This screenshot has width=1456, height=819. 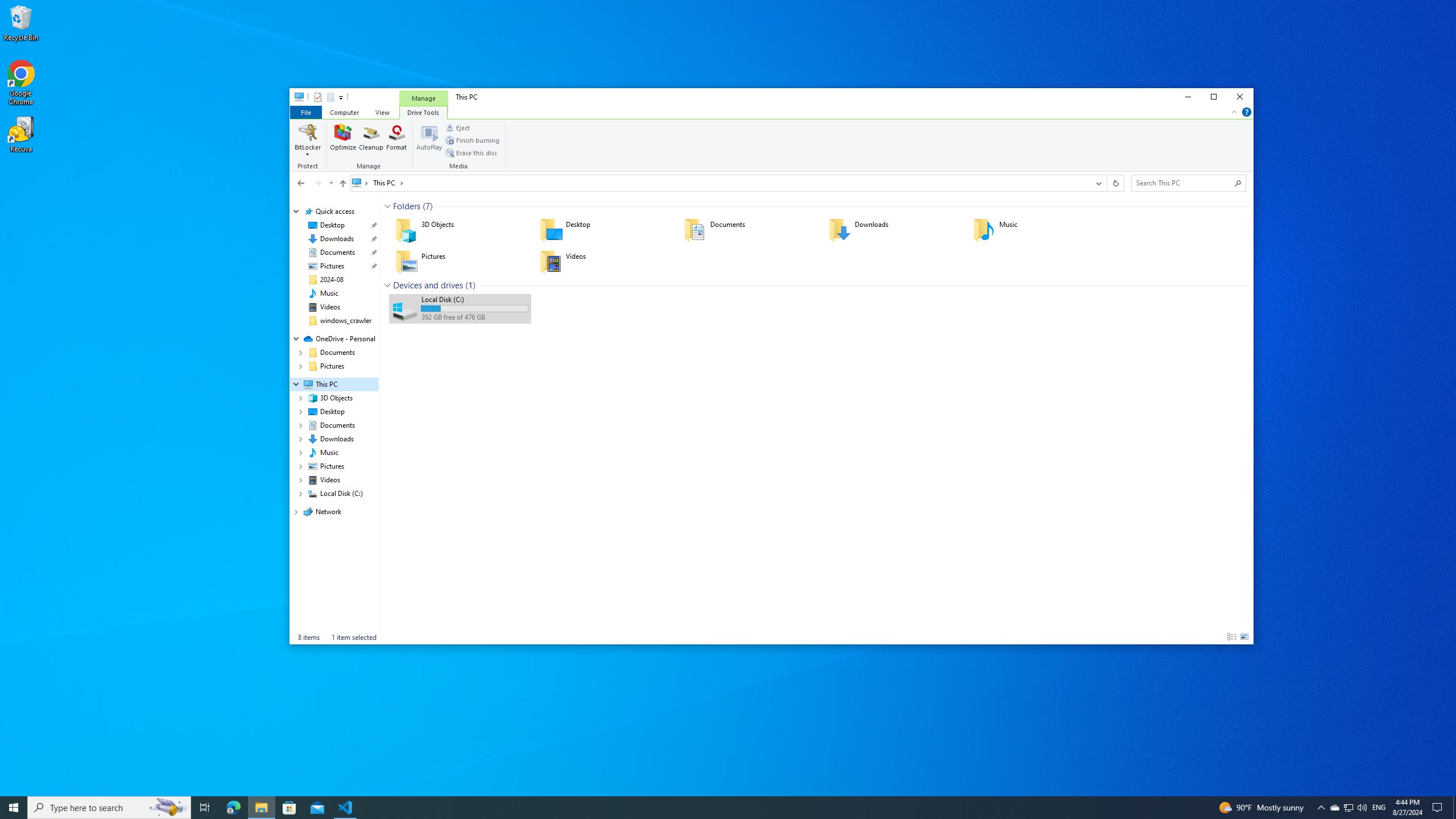 I want to click on 'Drive Tools', so click(x=422, y=111).